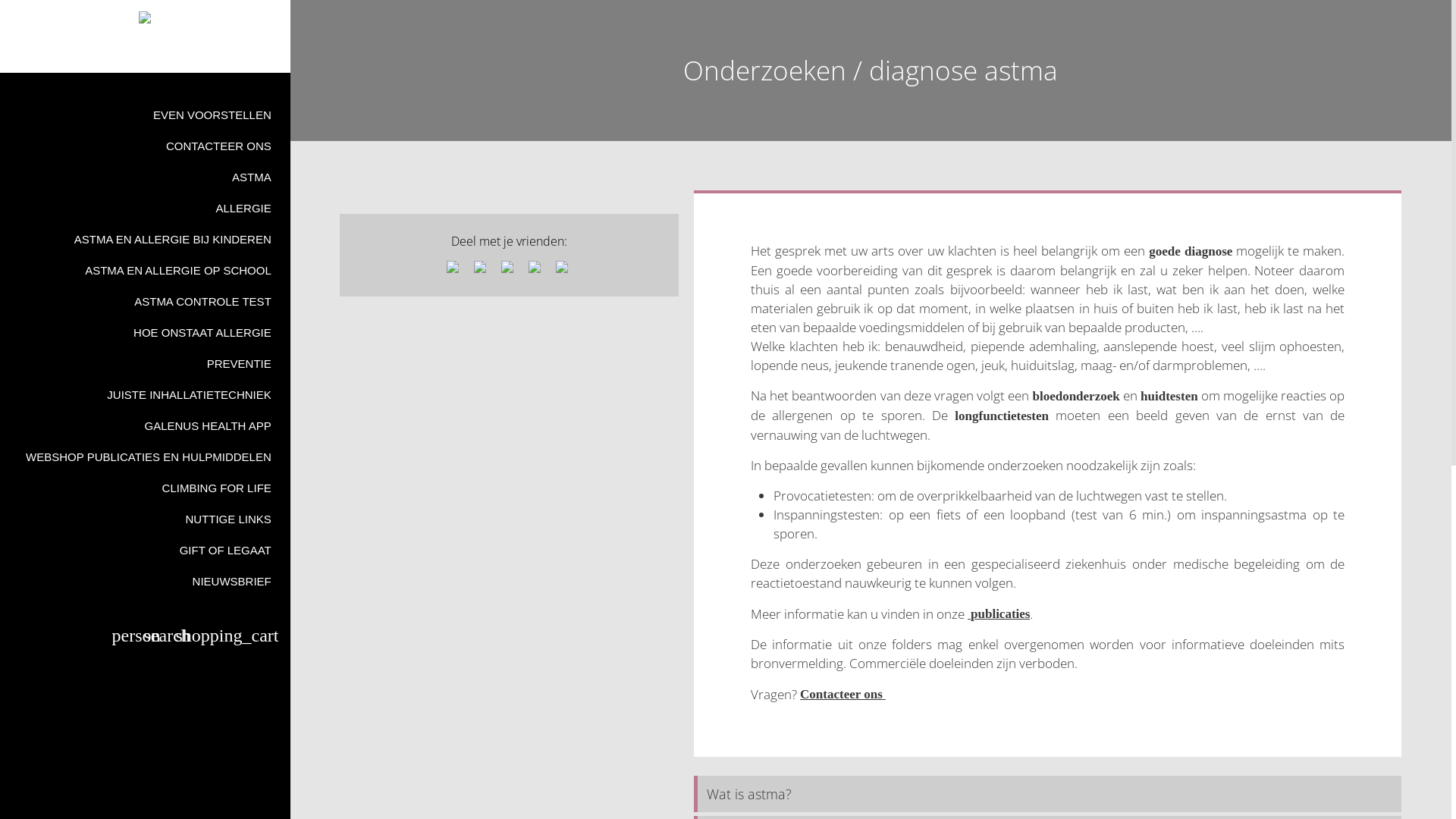 Image resolution: width=1456 pixels, height=819 pixels. Describe the element at coordinates (842, 693) in the screenshot. I see `'Contacteer ons '` at that location.